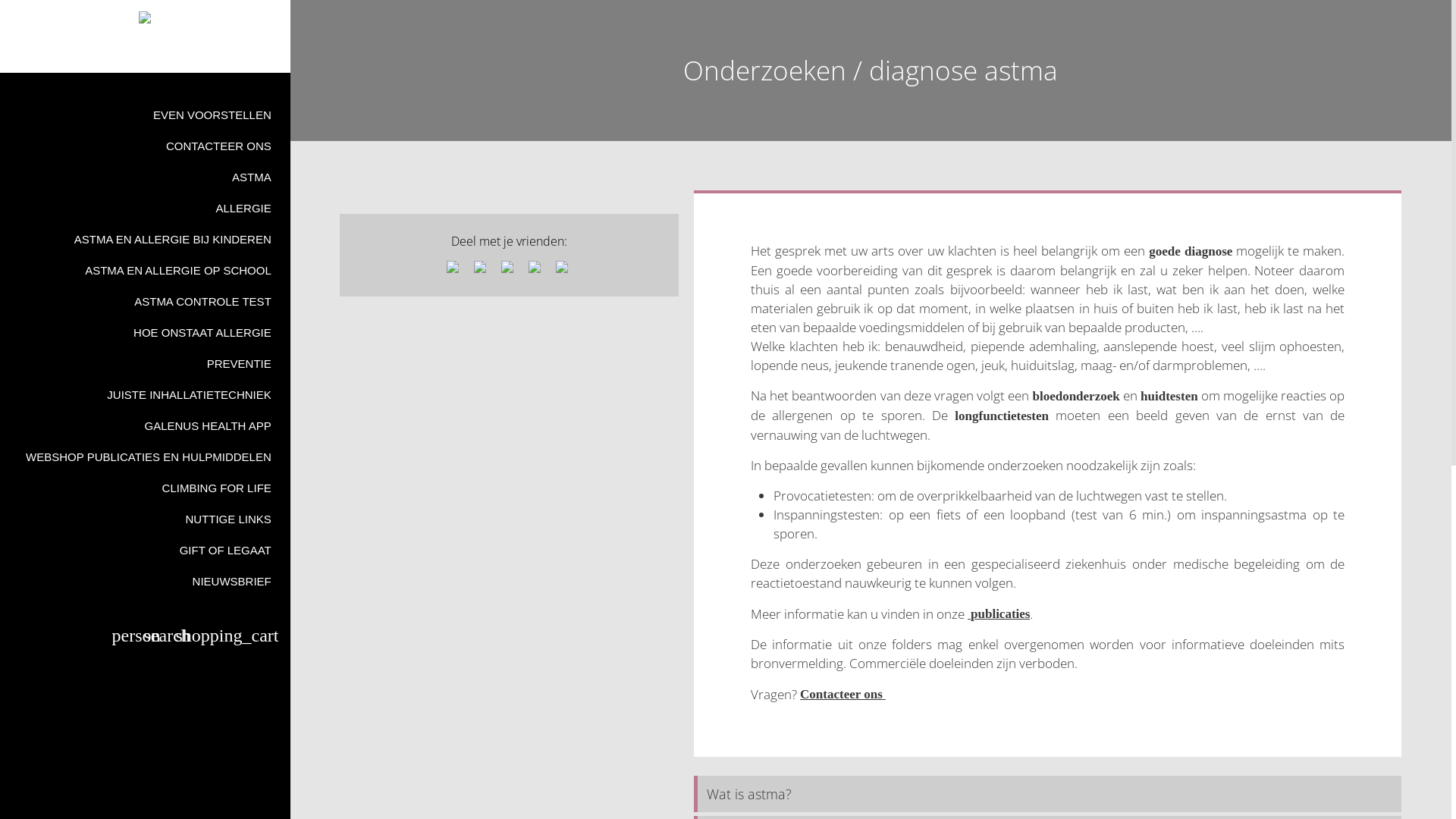 Image resolution: width=1456 pixels, height=819 pixels. Describe the element at coordinates (842, 693) in the screenshot. I see `'Contacteer ons '` at that location.